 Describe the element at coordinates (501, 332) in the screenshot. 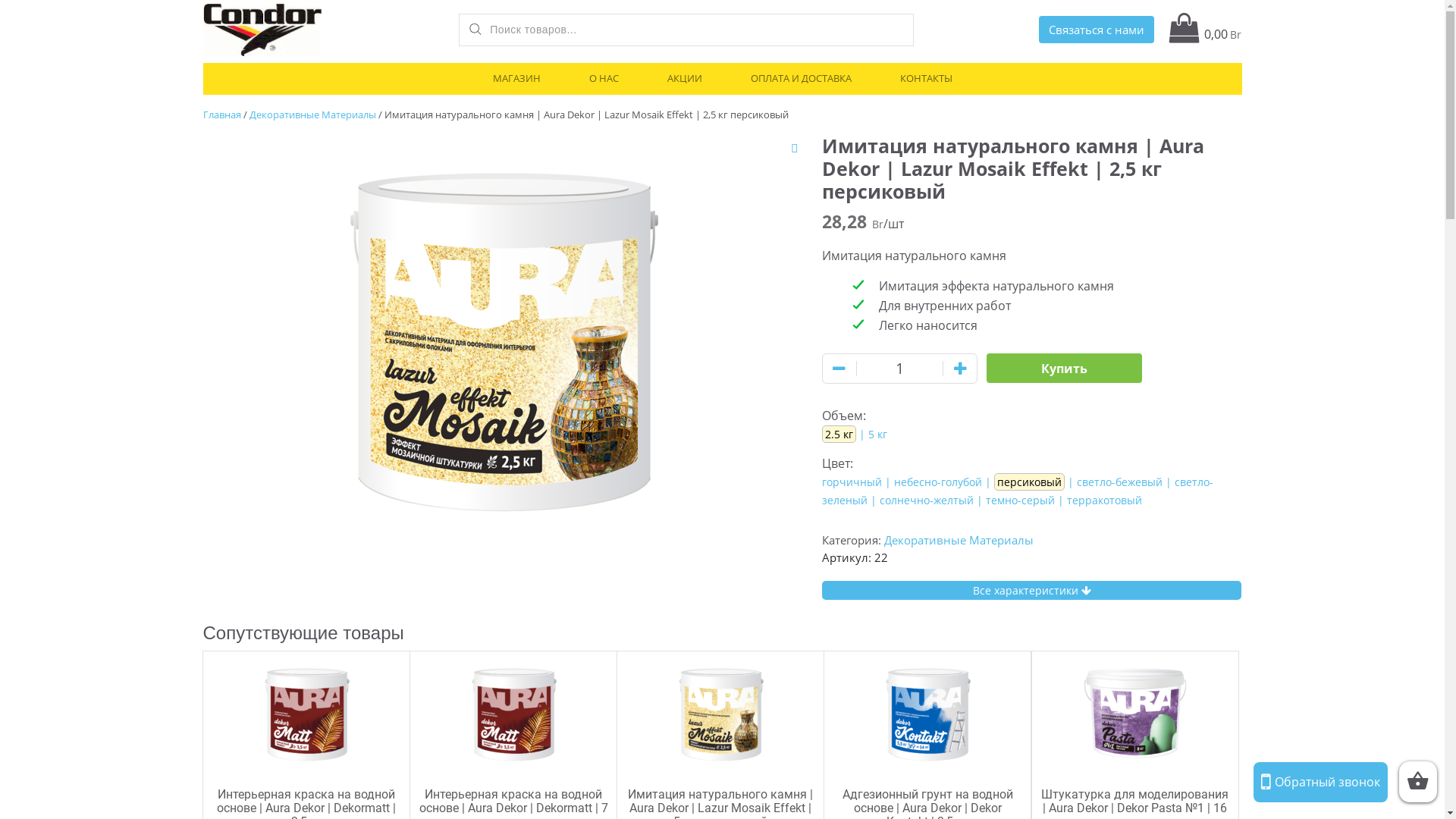

I see `'aura_lazur_mosaik_effekt_model'` at that location.